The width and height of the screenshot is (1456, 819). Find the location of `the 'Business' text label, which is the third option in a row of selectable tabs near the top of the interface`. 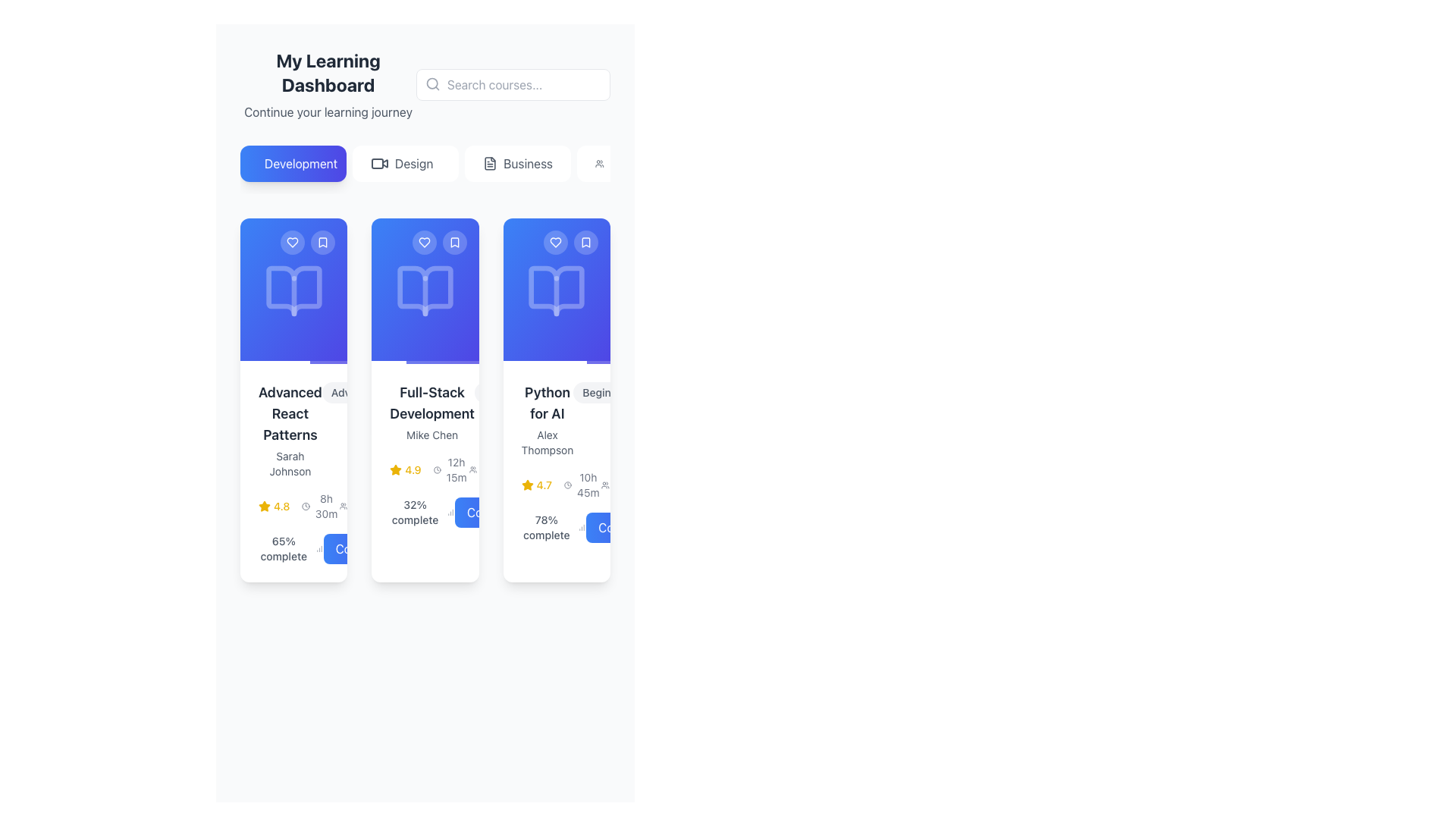

the 'Business' text label, which is the third option in a row of selectable tabs near the top of the interface is located at coordinates (528, 164).